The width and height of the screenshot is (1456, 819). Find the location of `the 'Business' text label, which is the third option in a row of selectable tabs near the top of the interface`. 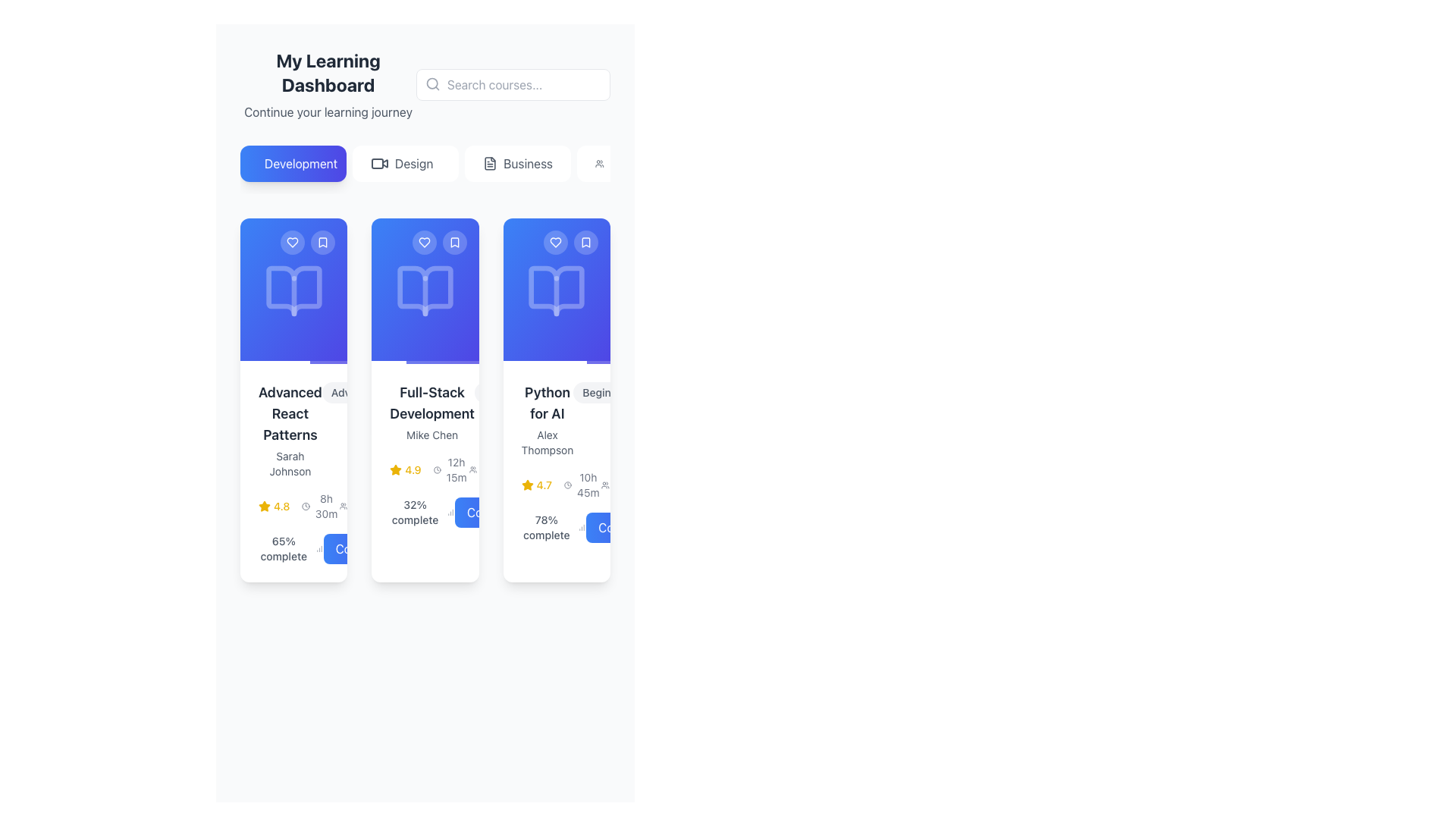

the 'Business' text label, which is the third option in a row of selectable tabs near the top of the interface is located at coordinates (528, 164).